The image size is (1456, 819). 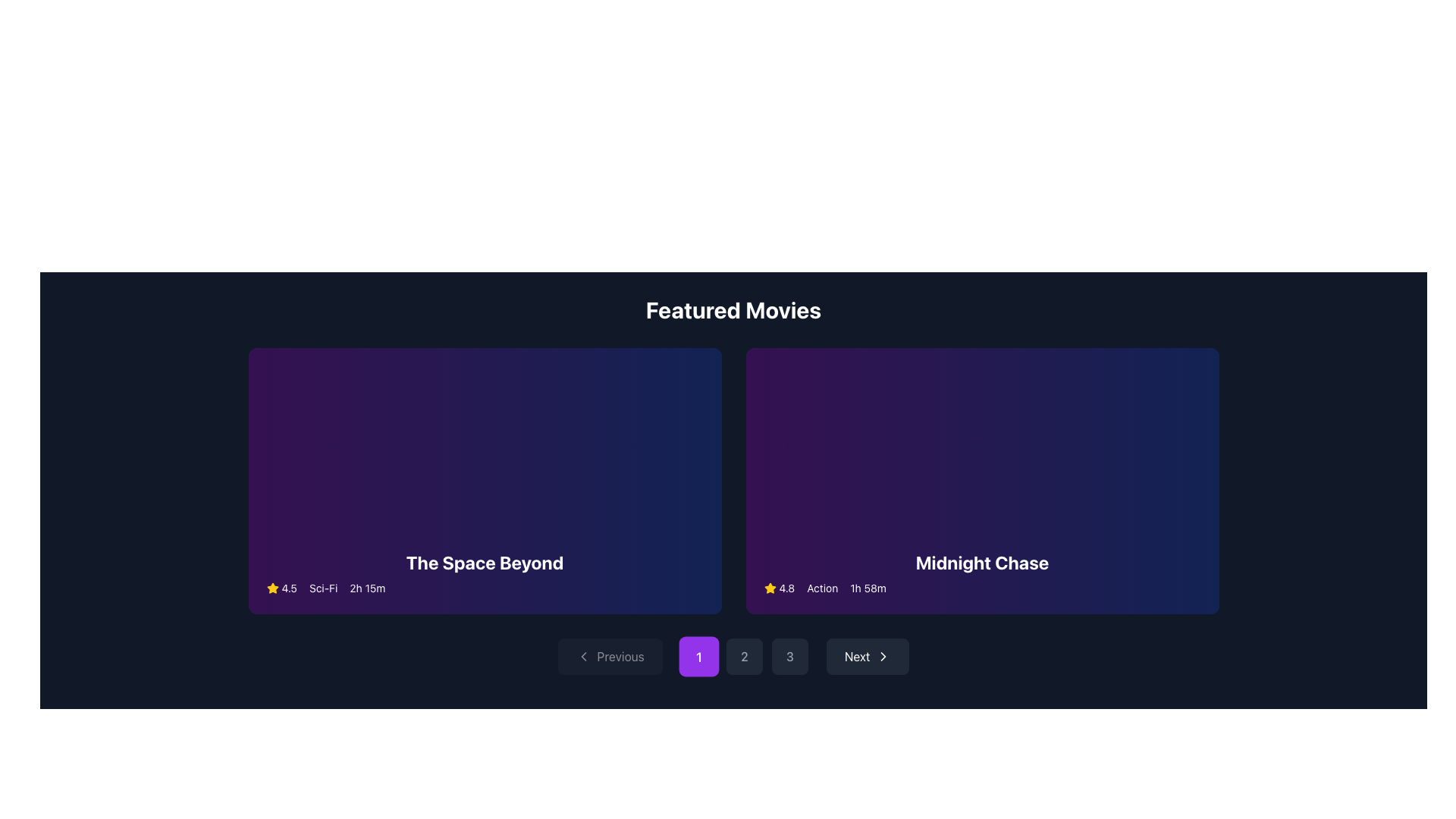 What do you see at coordinates (582, 656) in the screenshot?
I see `the leftward pointing chevron icon styled with a thin stroke and rounded edges, located inside the 'Previous' button at the bottom center of the interface` at bounding box center [582, 656].